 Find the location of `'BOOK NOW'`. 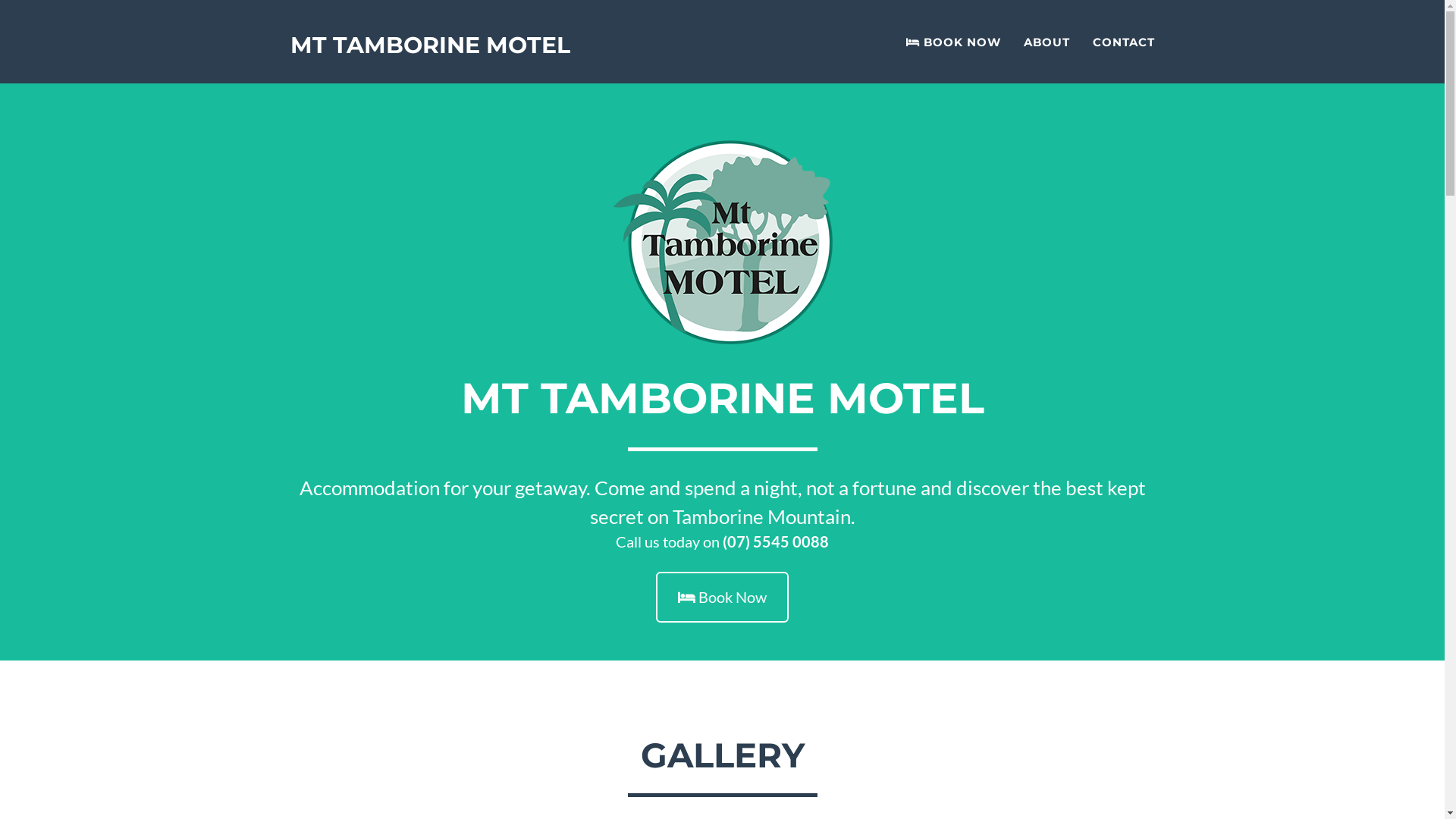

'BOOK NOW' is located at coordinates (952, 40).